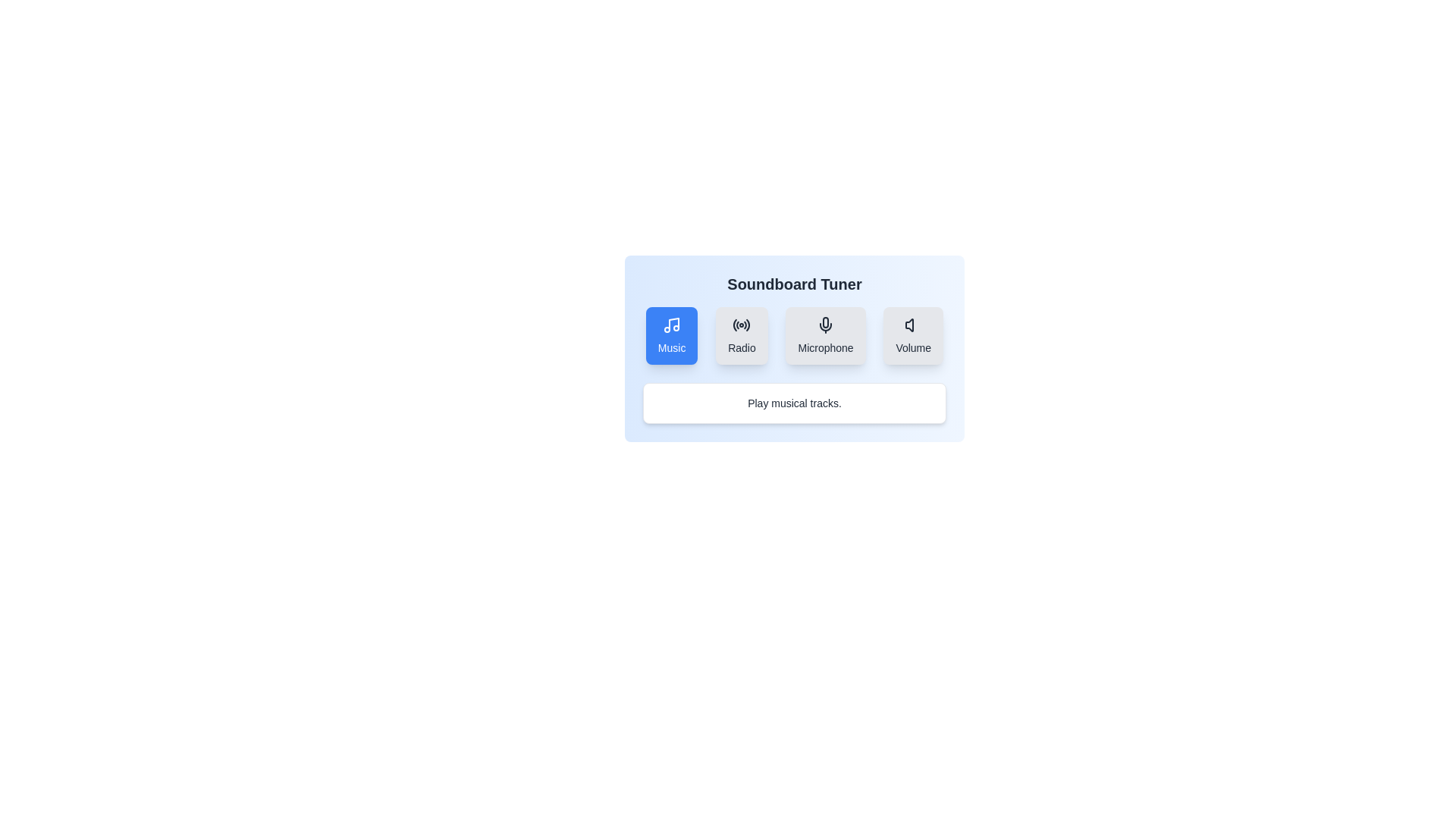 This screenshot has height=819, width=1456. Describe the element at coordinates (912, 335) in the screenshot. I see `the Volume option in the Soundboard Tuner menu` at that location.